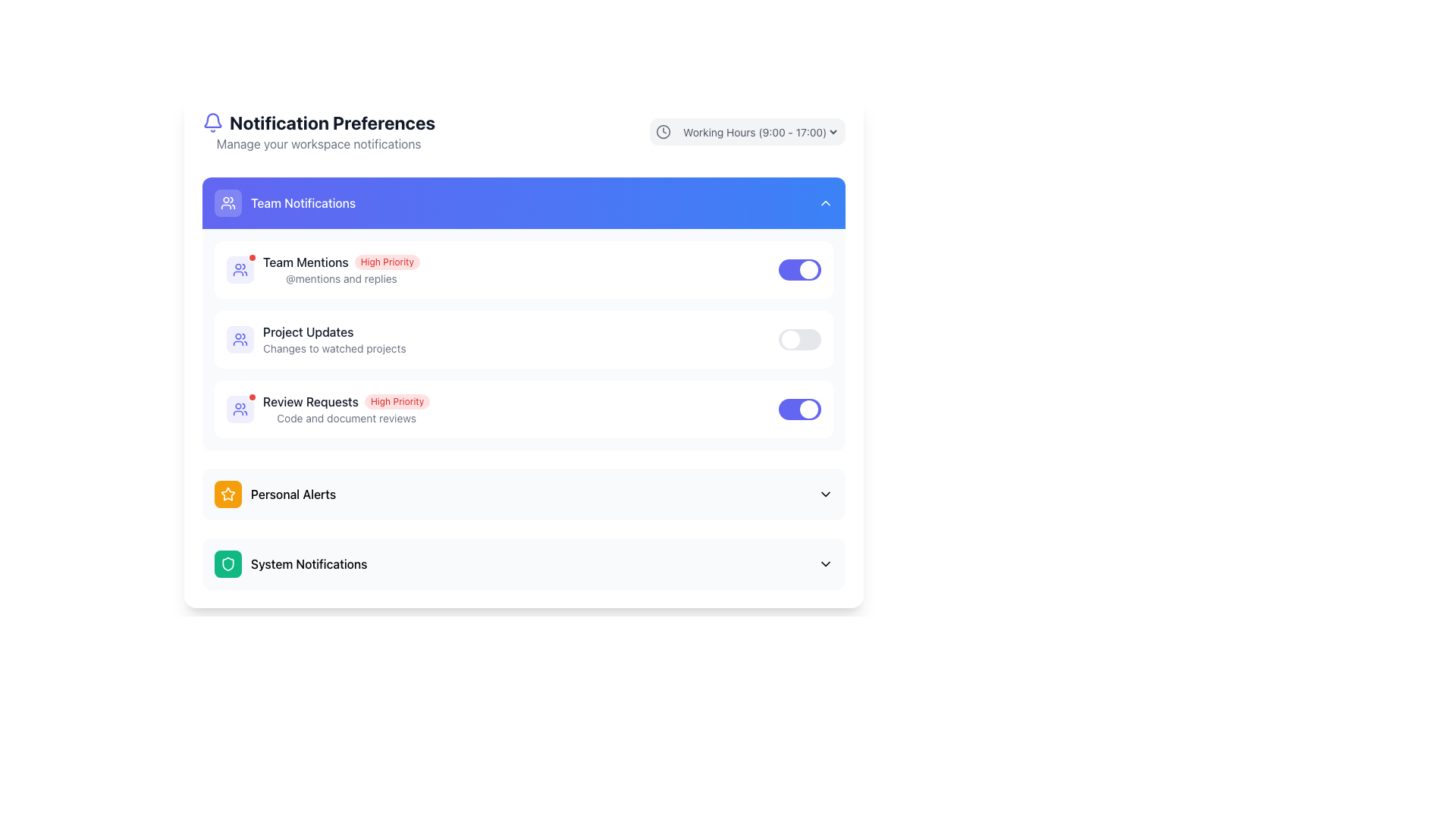  What do you see at coordinates (327, 409) in the screenshot?
I see `the list item labeled 'Review Requests' which includes a 'High Priority' badge and a group symbol icon` at bounding box center [327, 409].